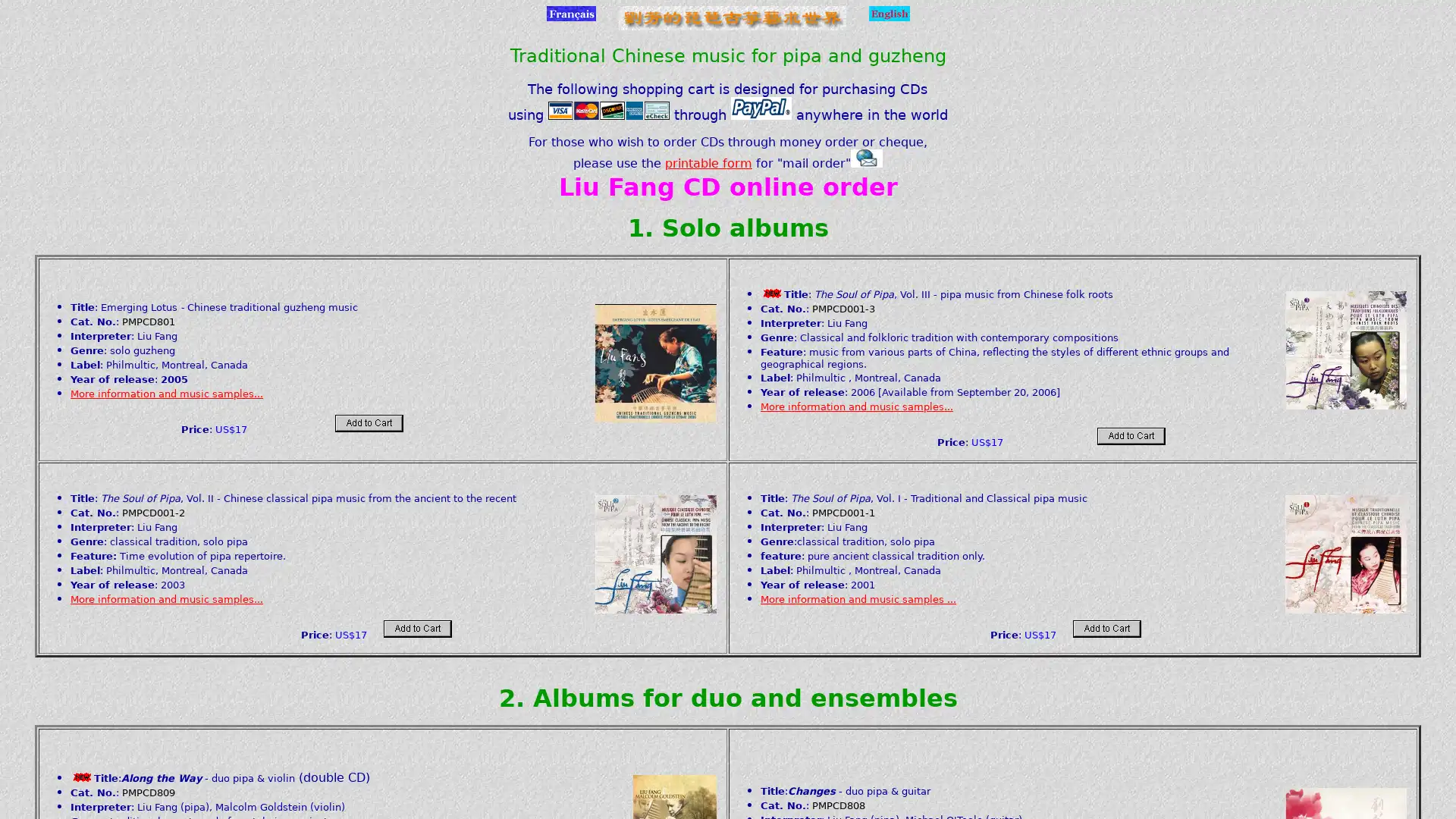 The width and height of the screenshot is (1456, 819). I want to click on Add to card: Make payments with PayPal - it's fast, free and secure!, so click(417, 629).